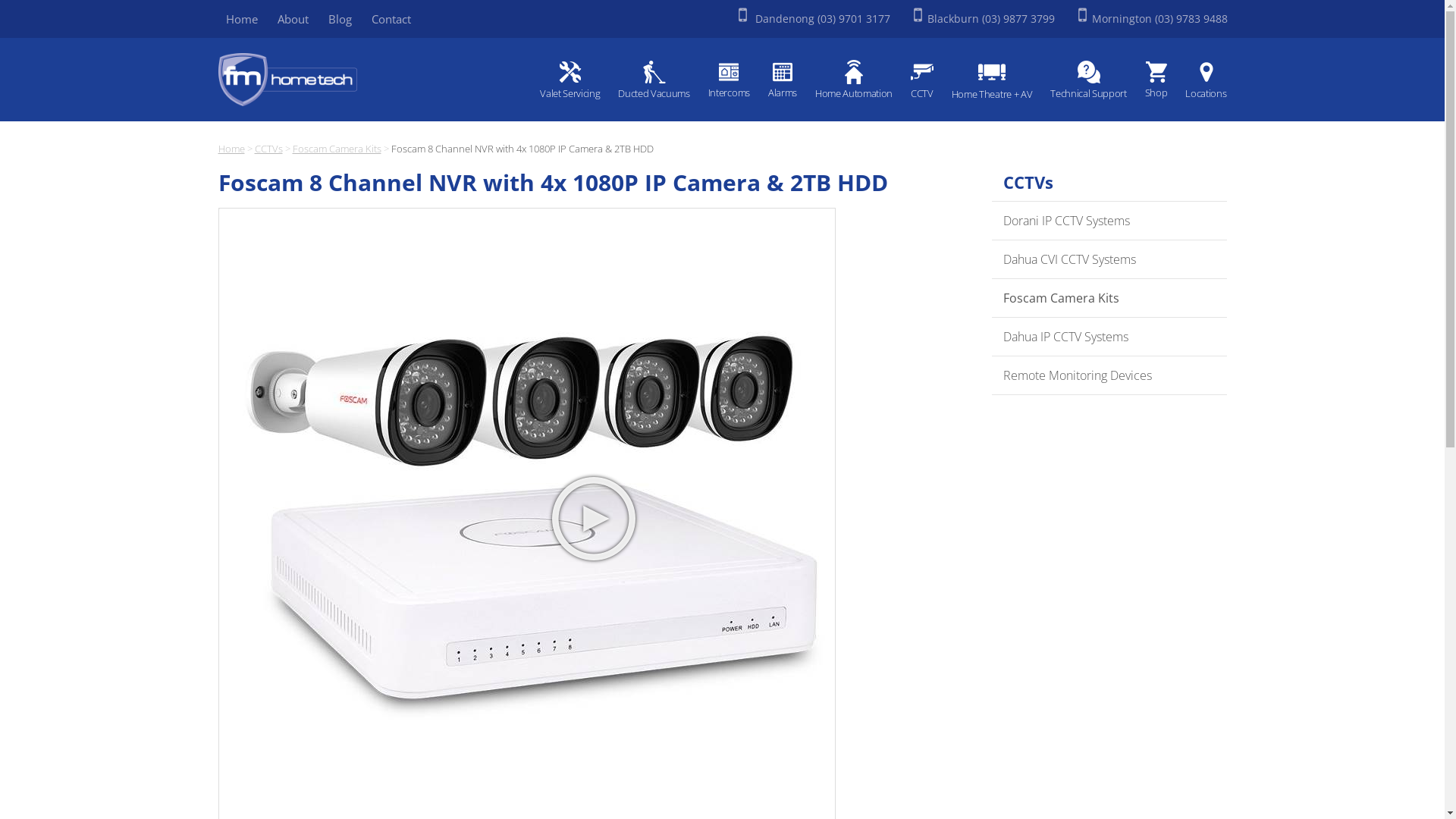 The image size is (1456, 819). Describe the element at coordinates (992, 81) in the screenshot. I see `'Home Theatre + AV'` at that location.